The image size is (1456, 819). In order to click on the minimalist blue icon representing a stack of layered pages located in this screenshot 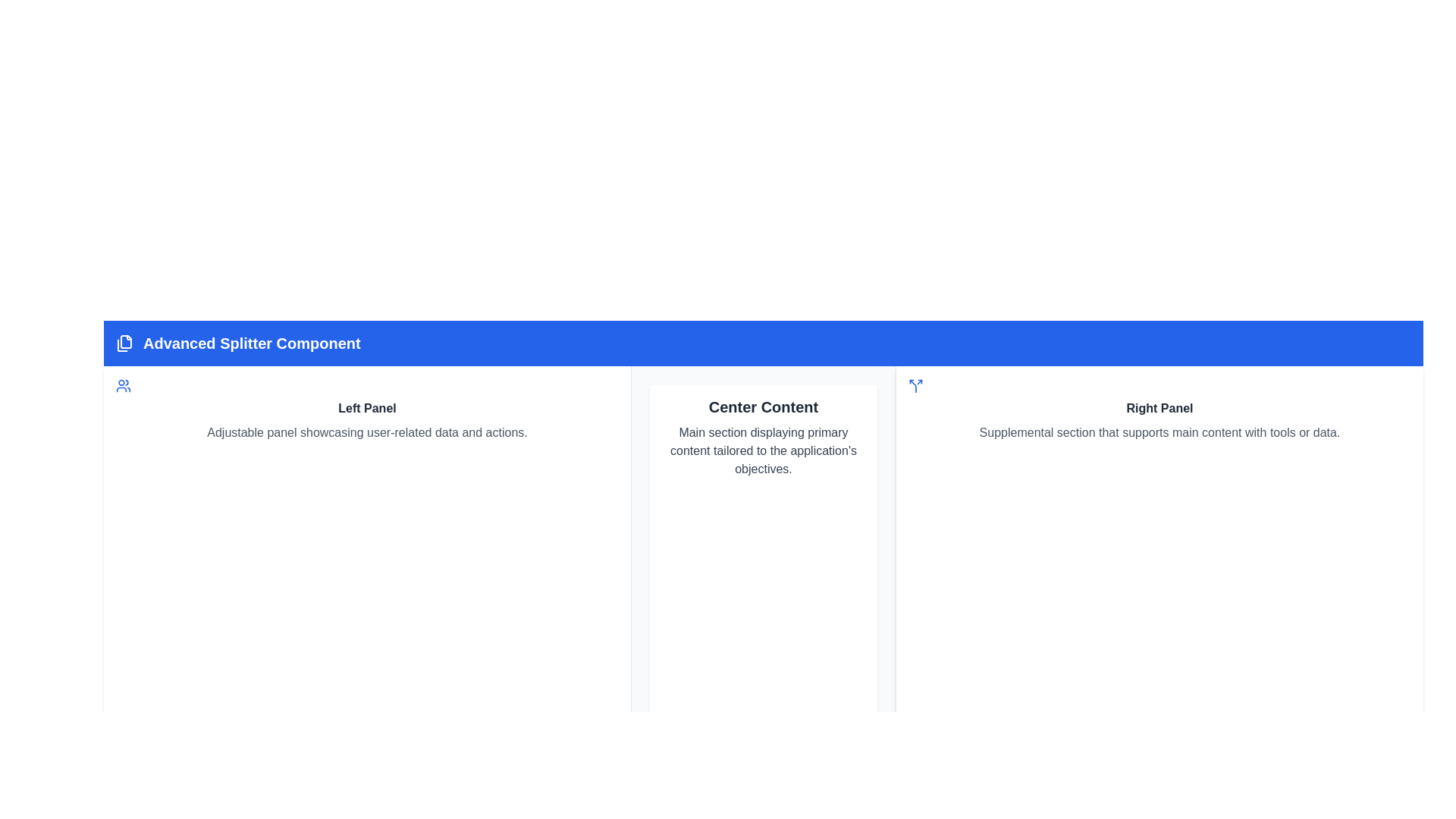, I will do `click(124, 343)`.